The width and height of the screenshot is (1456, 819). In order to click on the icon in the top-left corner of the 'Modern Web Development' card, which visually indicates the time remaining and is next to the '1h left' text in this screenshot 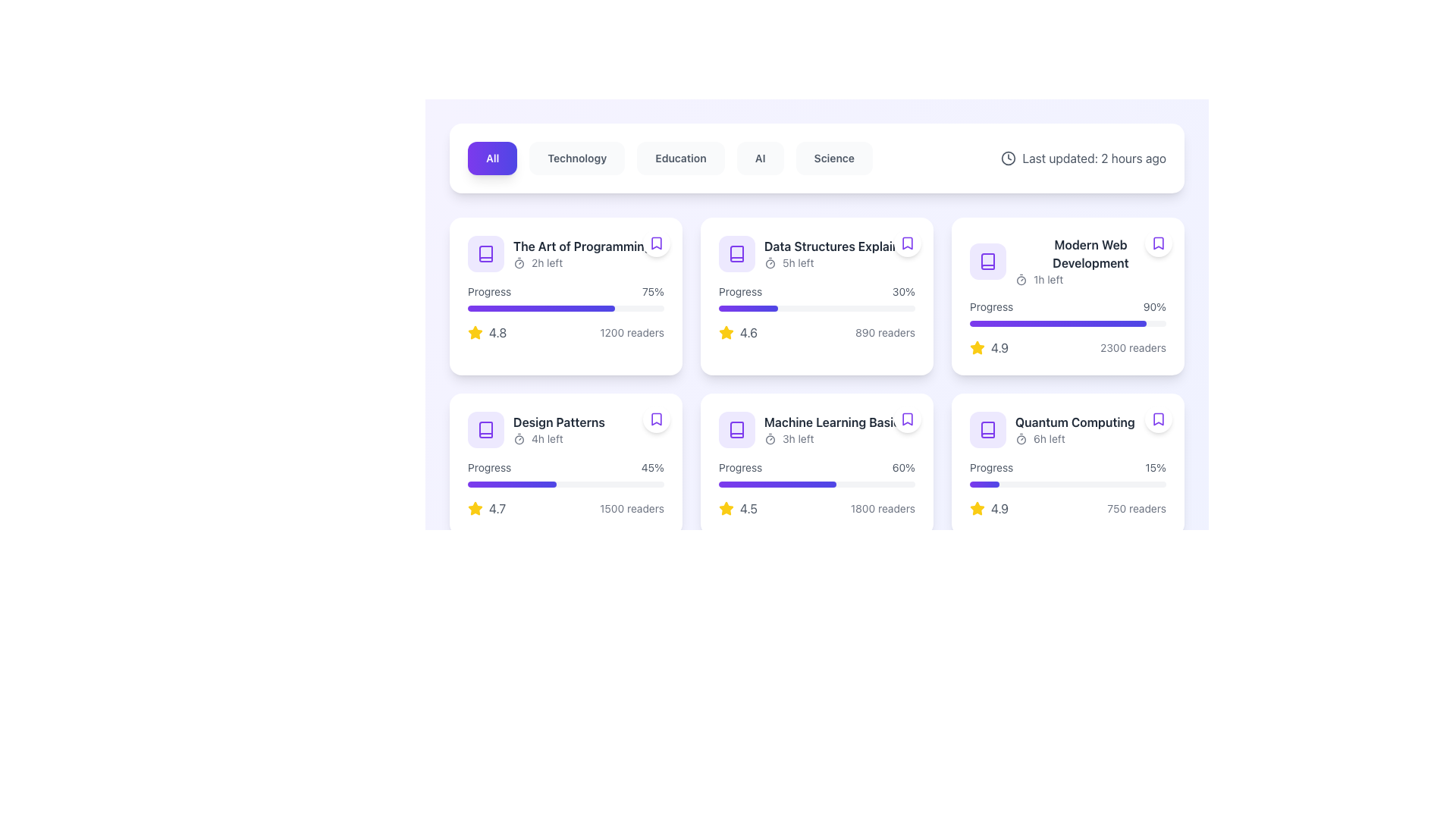, I will do `click(1021, 280)`.